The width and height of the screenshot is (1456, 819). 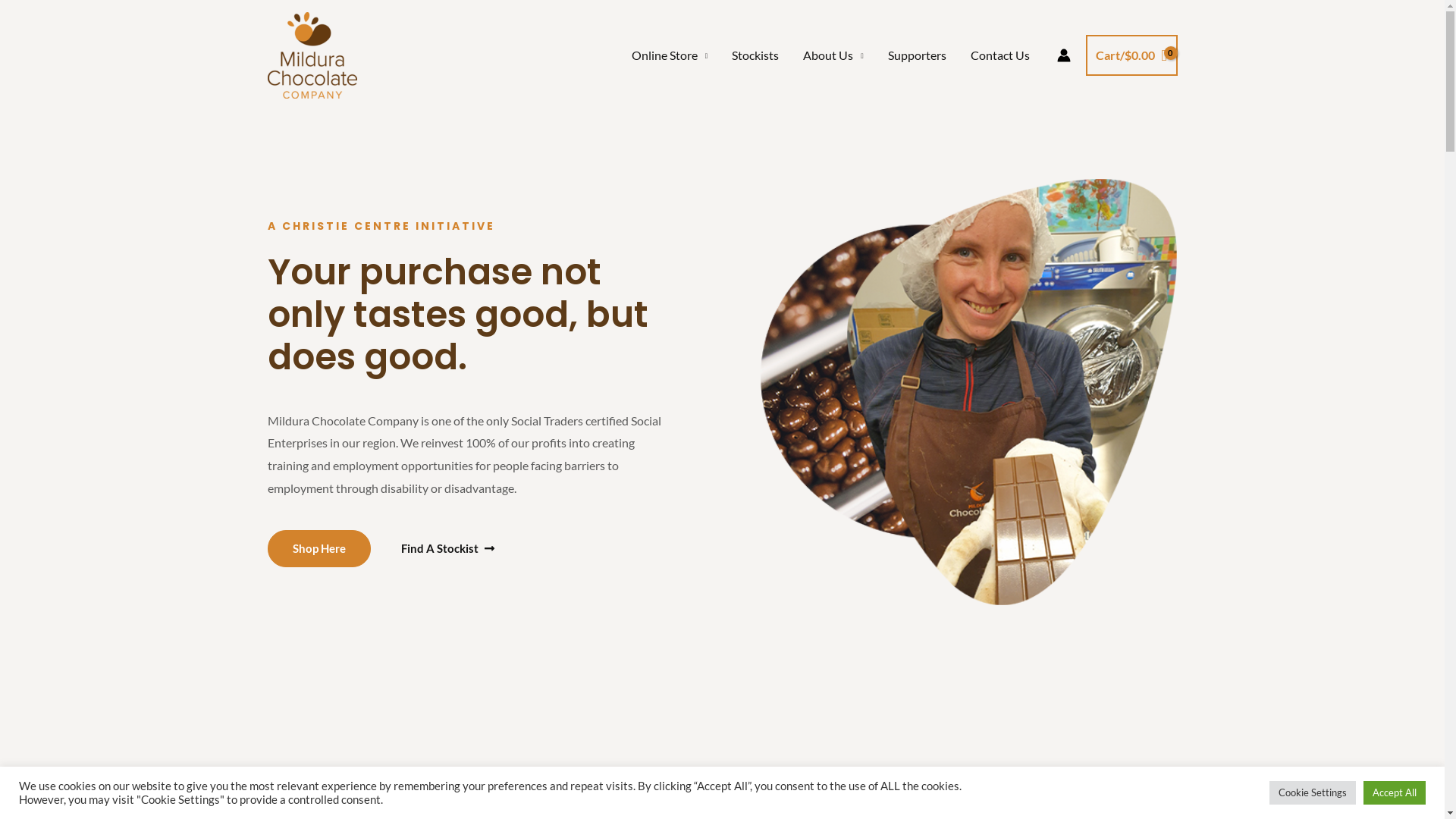 What do you see at coordinates (1394, 792) in the screenshot?
I see `'Accept All'` at bounding box center [1394, 792].